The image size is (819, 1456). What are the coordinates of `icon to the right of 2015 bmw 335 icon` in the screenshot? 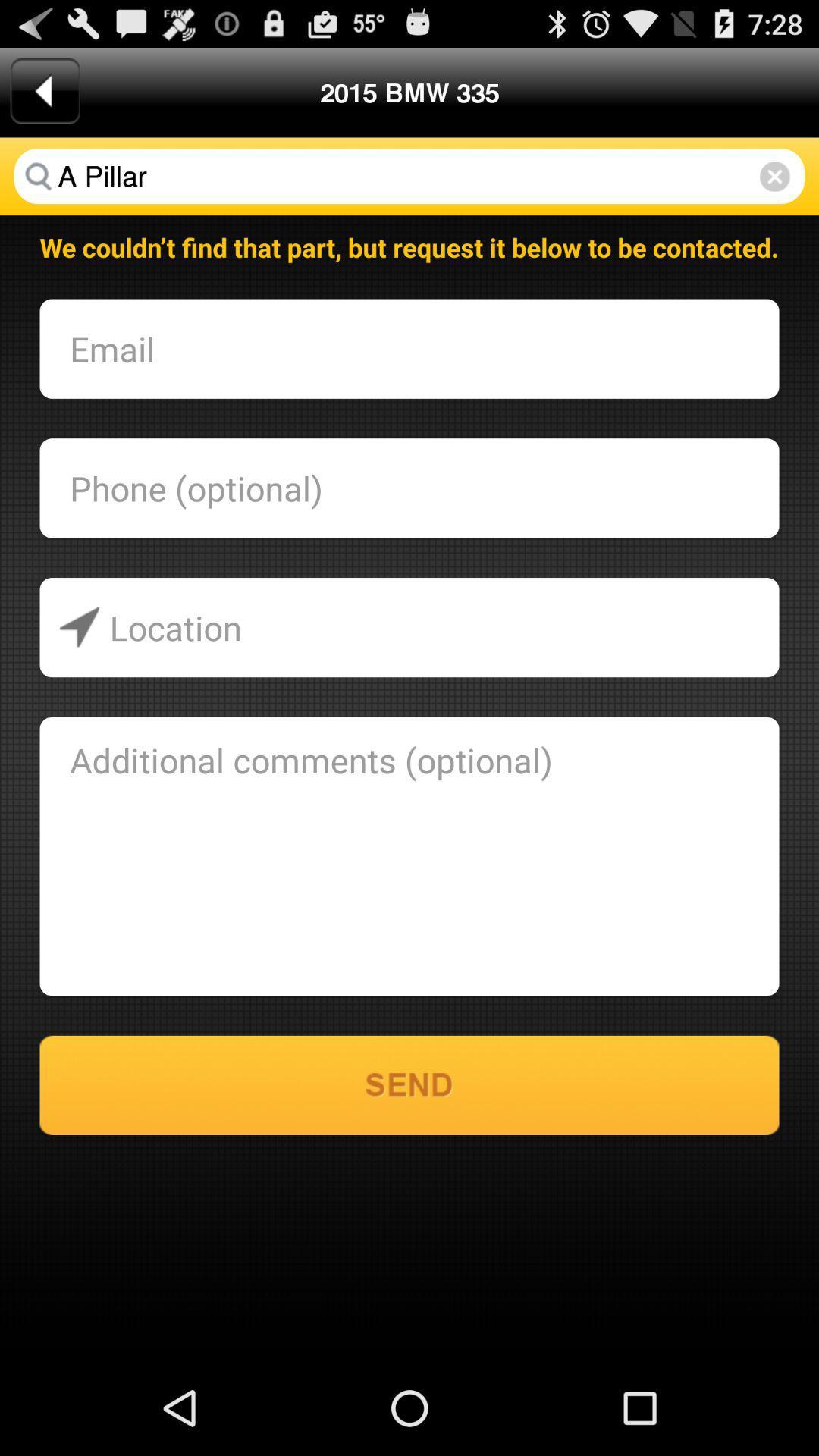 It's located at (774, 176).